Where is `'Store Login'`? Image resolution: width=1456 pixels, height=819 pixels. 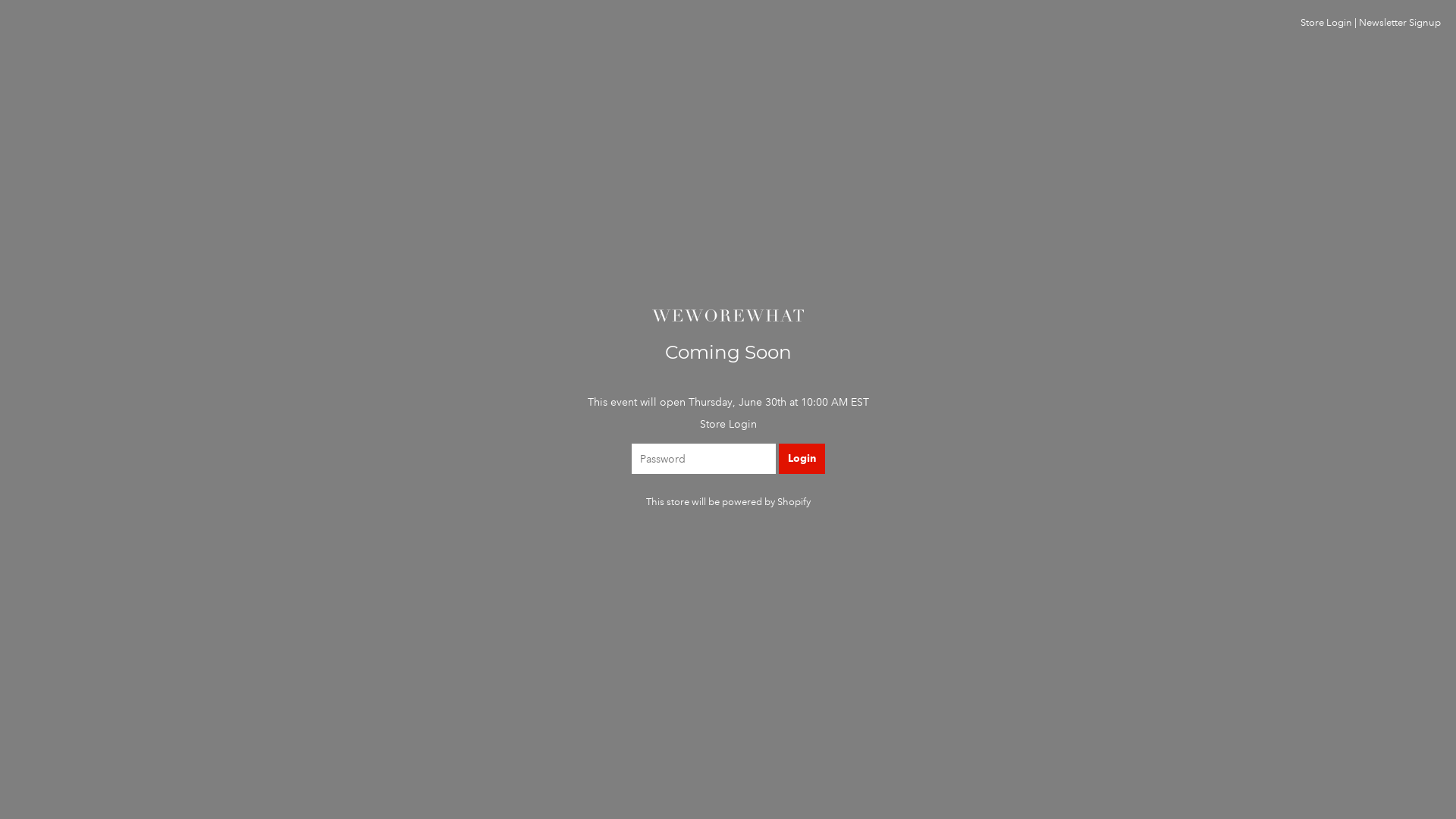 'Store Login' is located at coordinates (1325, 23).